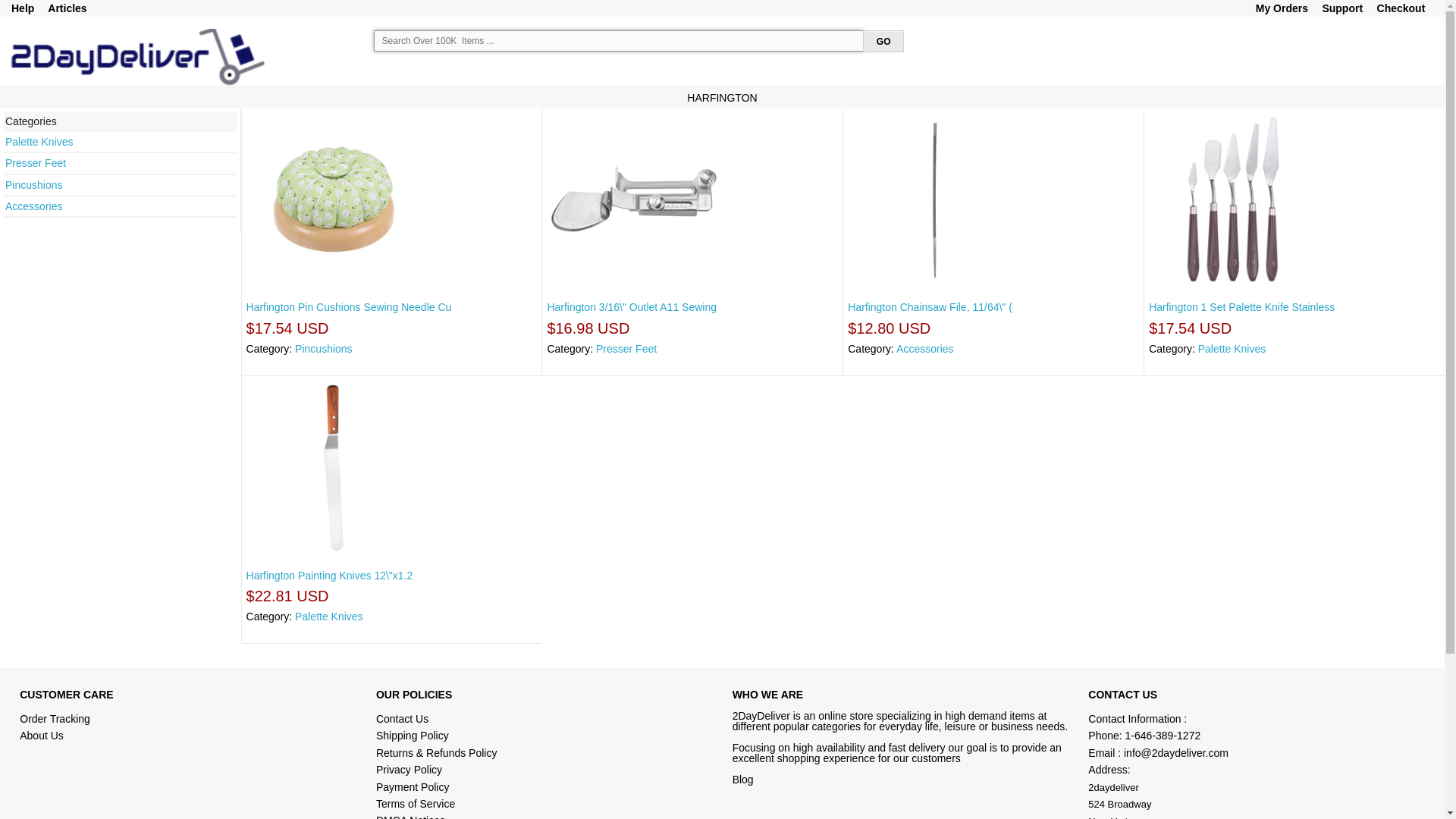 This screenshot has width=1456, height=819. I want to click on 'info@2daydeliver.com', so click(1175, 752).